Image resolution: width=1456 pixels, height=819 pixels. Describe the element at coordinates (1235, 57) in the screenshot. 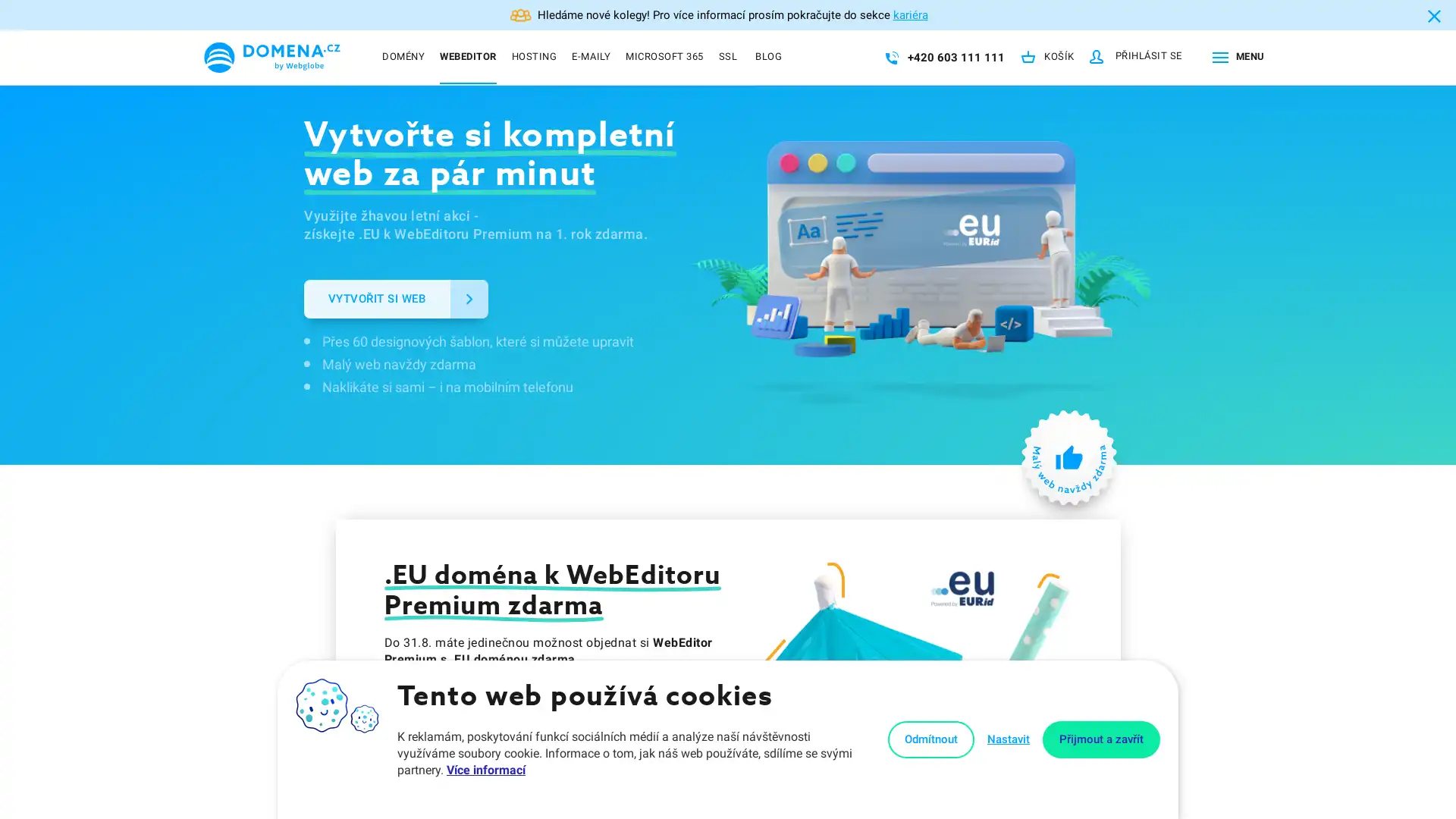

I see `menu MENU` at that location.